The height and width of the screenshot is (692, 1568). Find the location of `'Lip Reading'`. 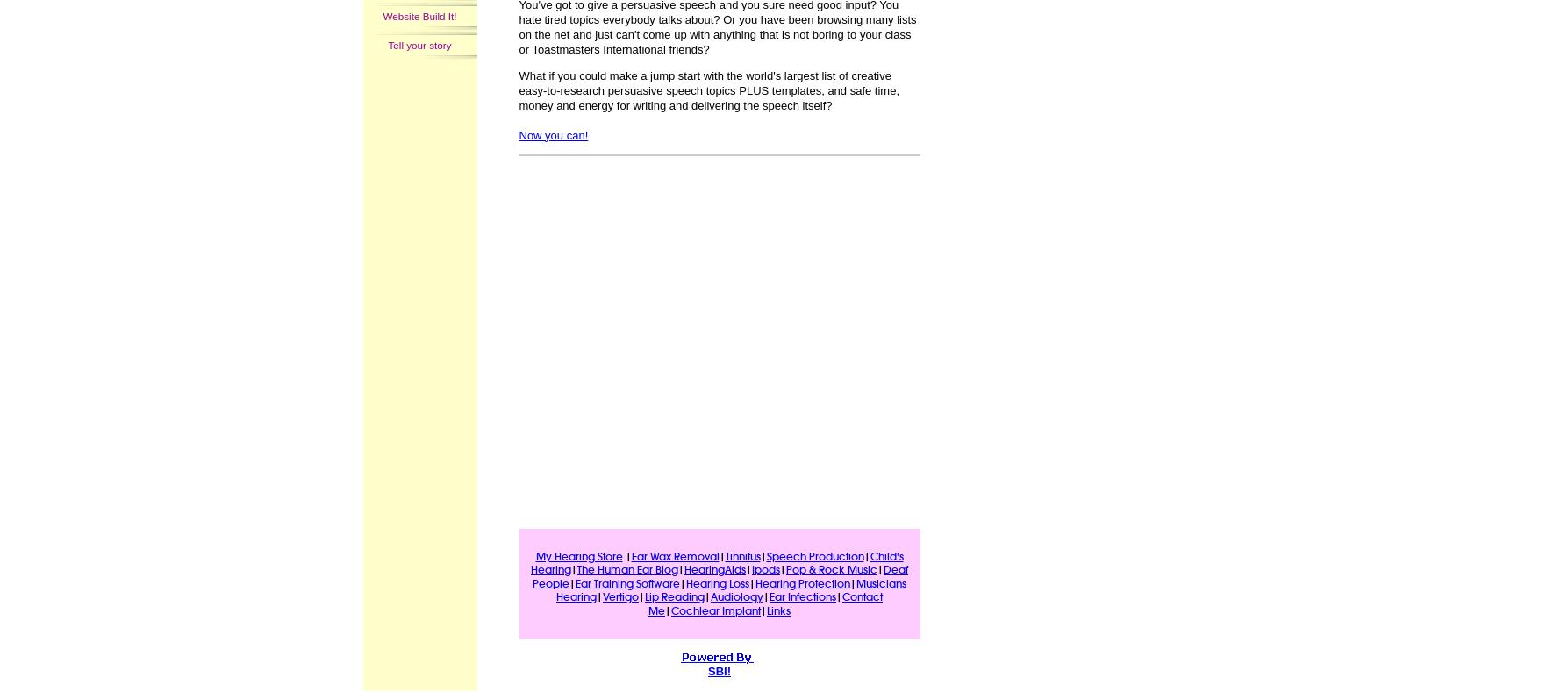

'Lip Reading' is located at coordinates (674, 596).